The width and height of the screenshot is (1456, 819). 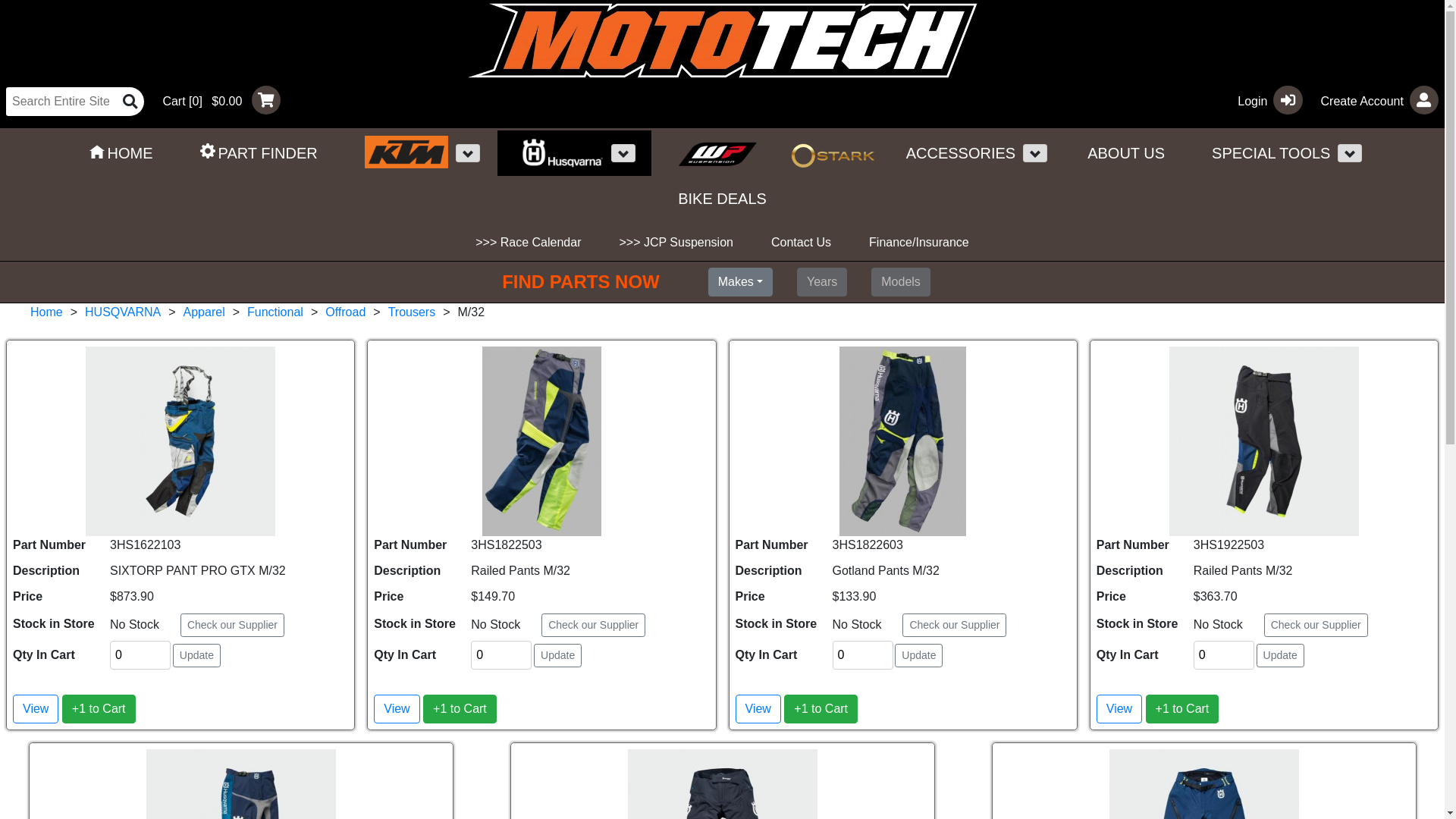 I want to click on 'ABOUT US', so click(x=1125, y=152).